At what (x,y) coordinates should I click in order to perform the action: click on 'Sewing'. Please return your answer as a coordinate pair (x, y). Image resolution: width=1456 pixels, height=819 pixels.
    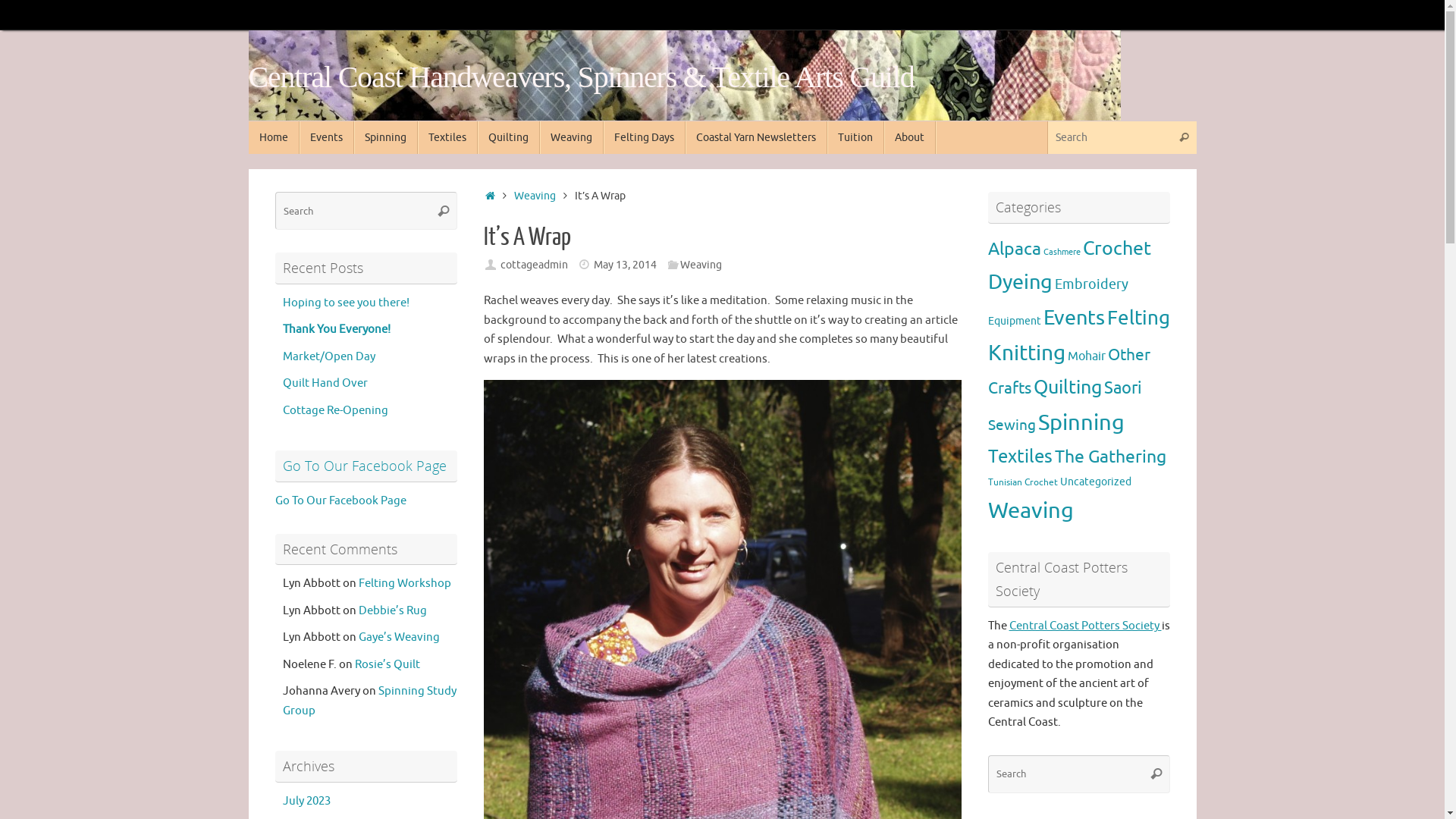
    Looking at the image, I should click on (1011, 425).